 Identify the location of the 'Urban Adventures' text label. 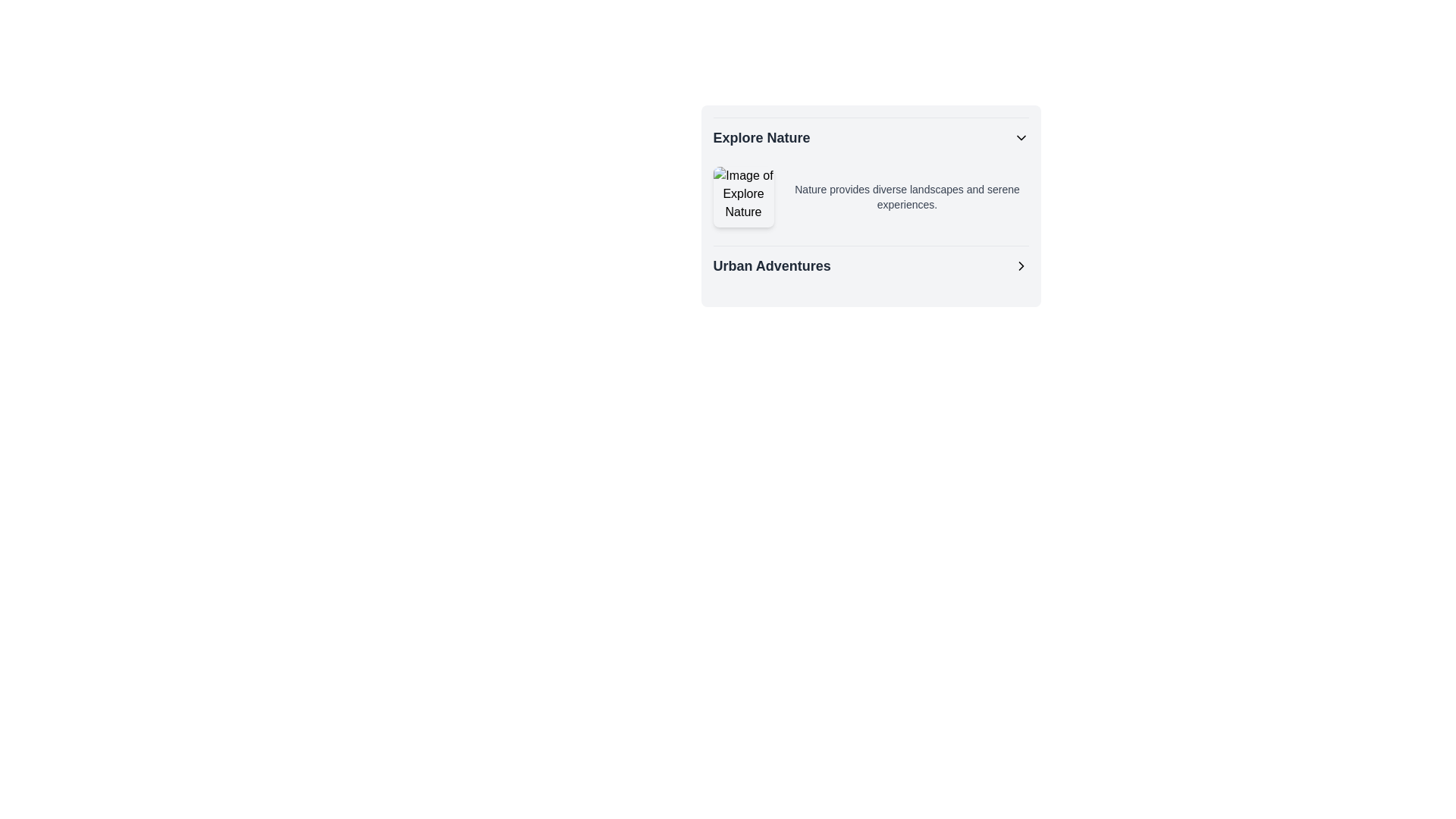
(772, 265).